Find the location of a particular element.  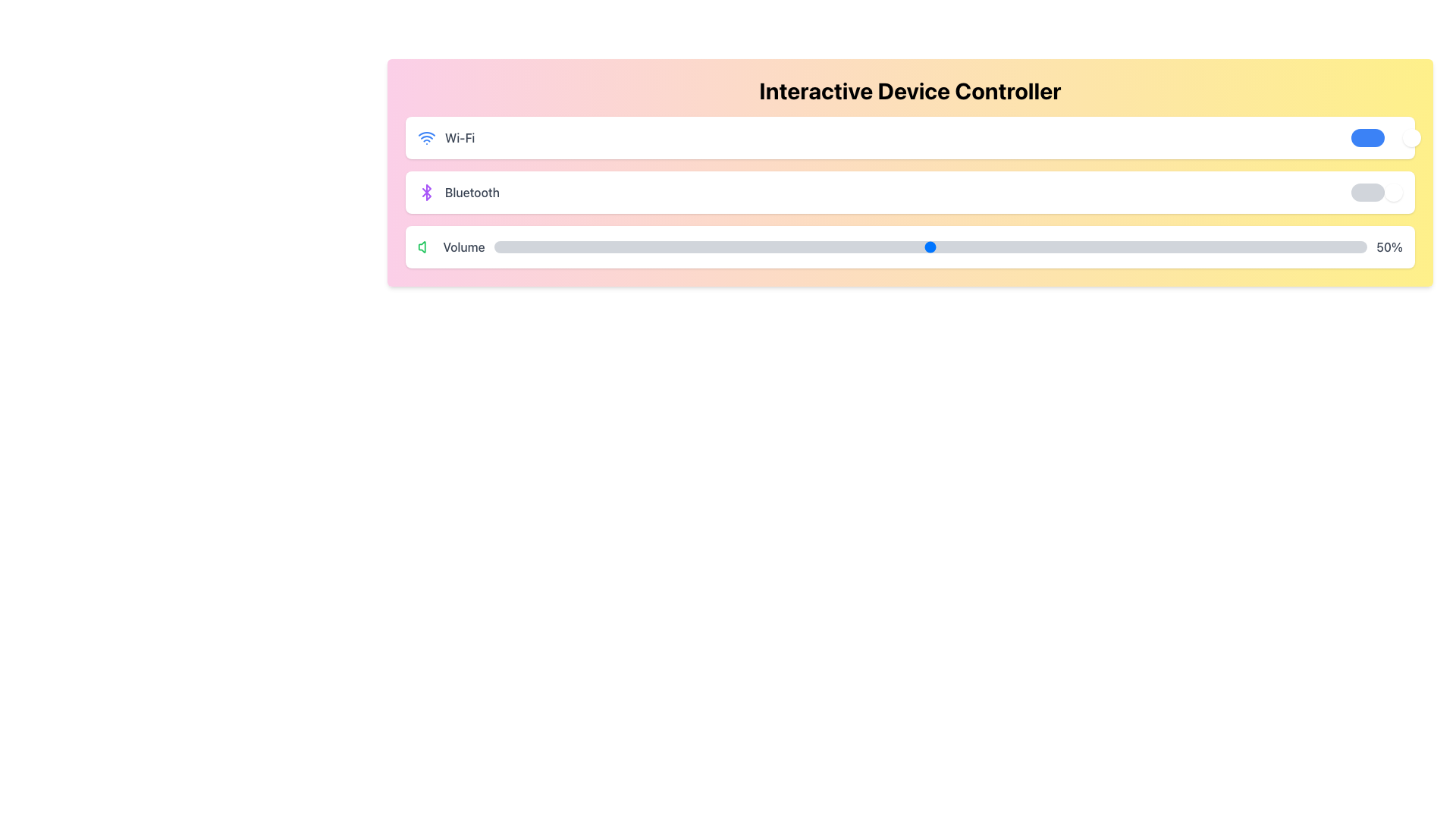

the Bluetooth toggleable list item is located at coordinates (910, 192).